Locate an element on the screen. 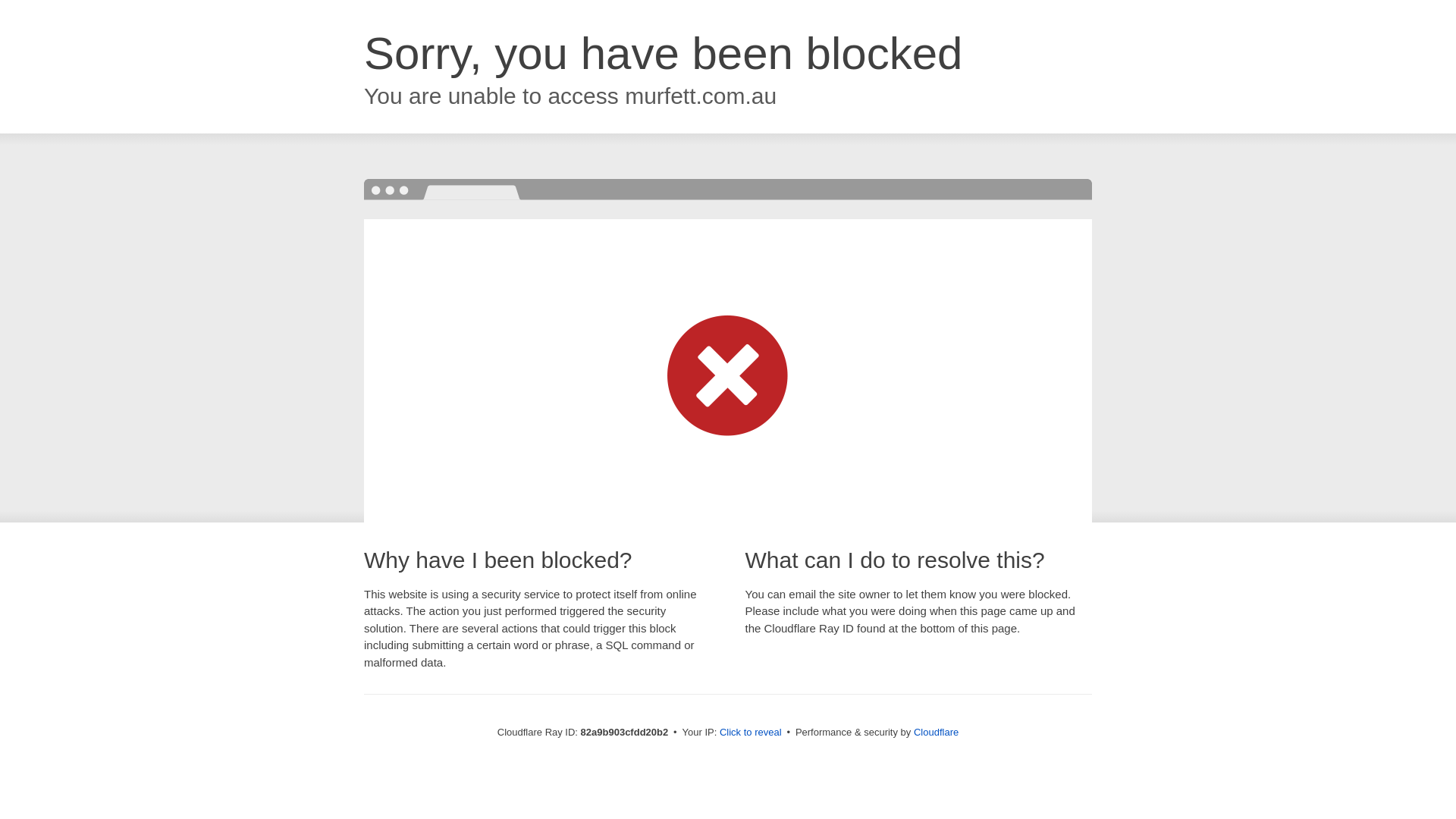 The height and width of the screenshot is (819, 1456). 'Click to reveal' is located at coordinates (719, 731).